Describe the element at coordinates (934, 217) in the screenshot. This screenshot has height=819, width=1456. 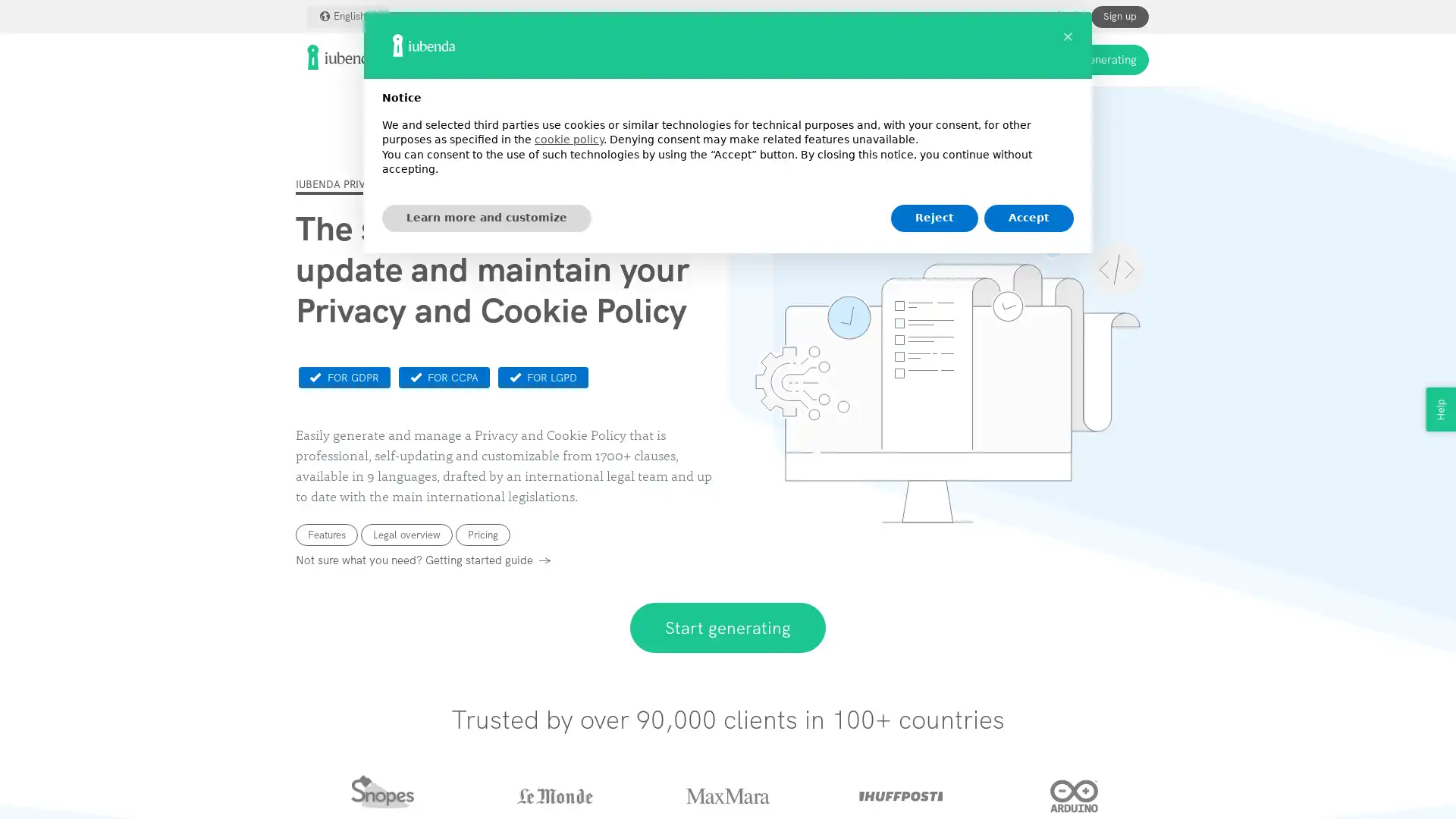
I see `Reject` at that location.